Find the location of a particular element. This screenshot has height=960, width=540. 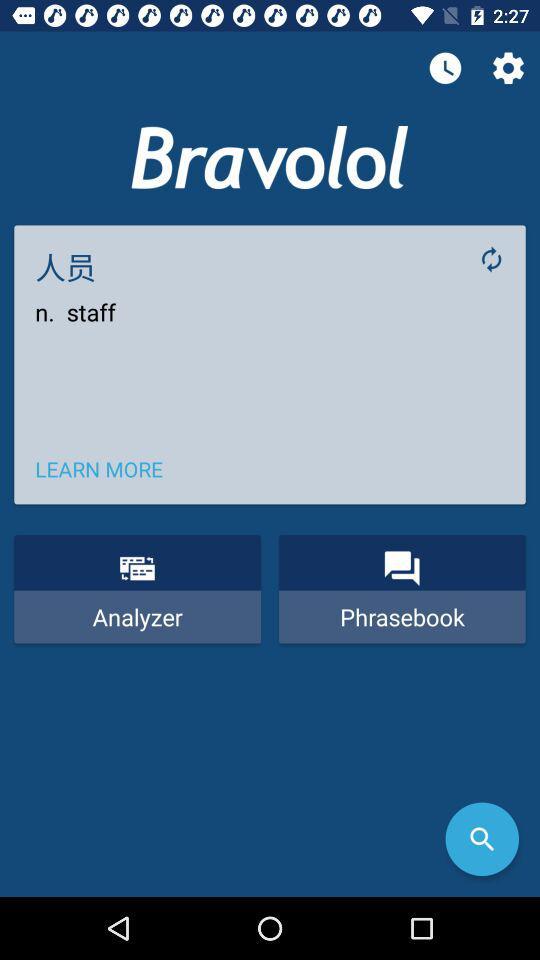

the search icon is located at coordinates (481, 839).